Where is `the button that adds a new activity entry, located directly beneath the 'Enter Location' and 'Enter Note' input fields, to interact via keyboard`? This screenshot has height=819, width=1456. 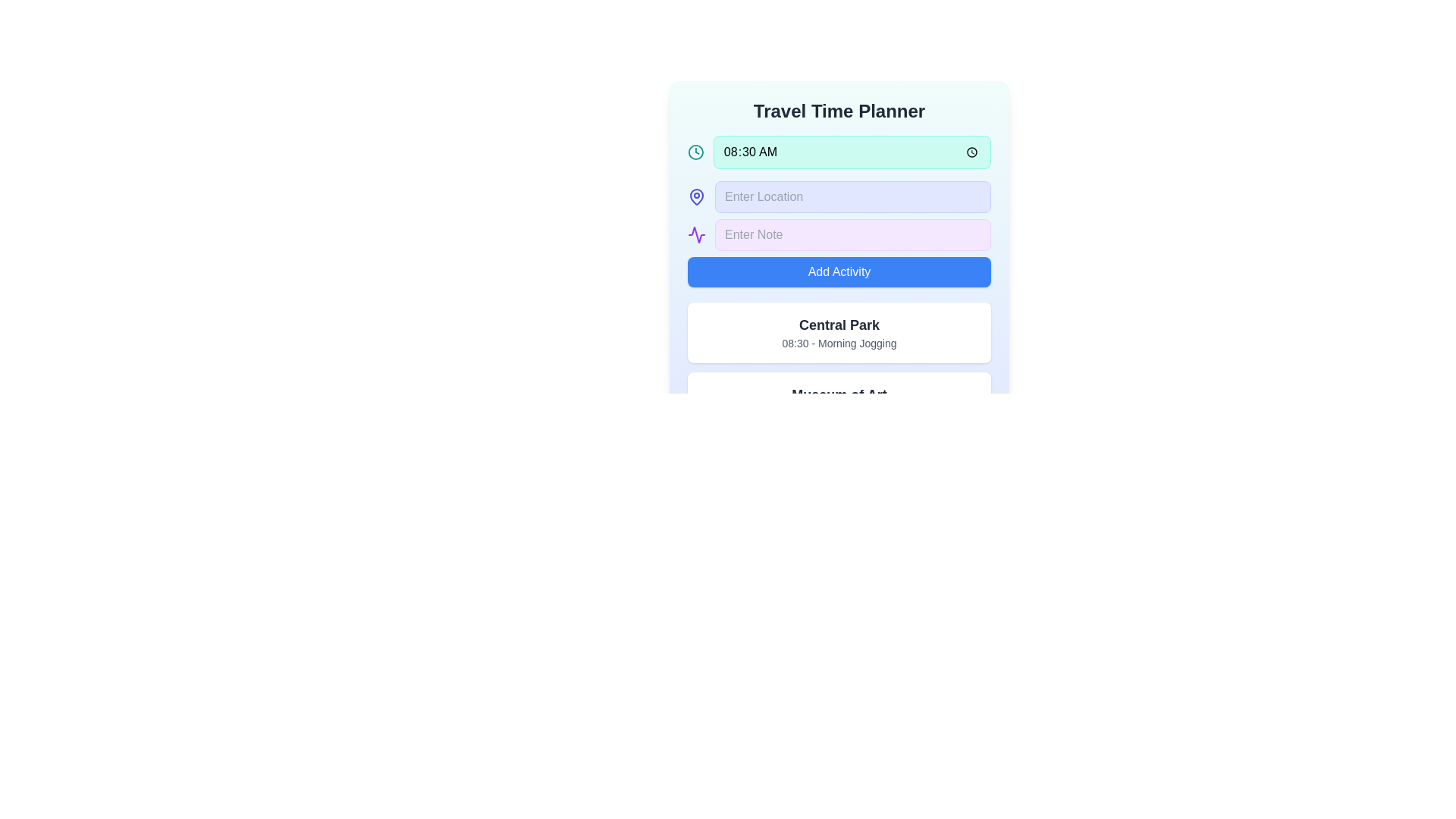
the button that adds a new activity entry, located directly beneath the 'Enter Location' and 'Enter Note' input fields, to interact via keyboard is located at coordinates (839, 271).